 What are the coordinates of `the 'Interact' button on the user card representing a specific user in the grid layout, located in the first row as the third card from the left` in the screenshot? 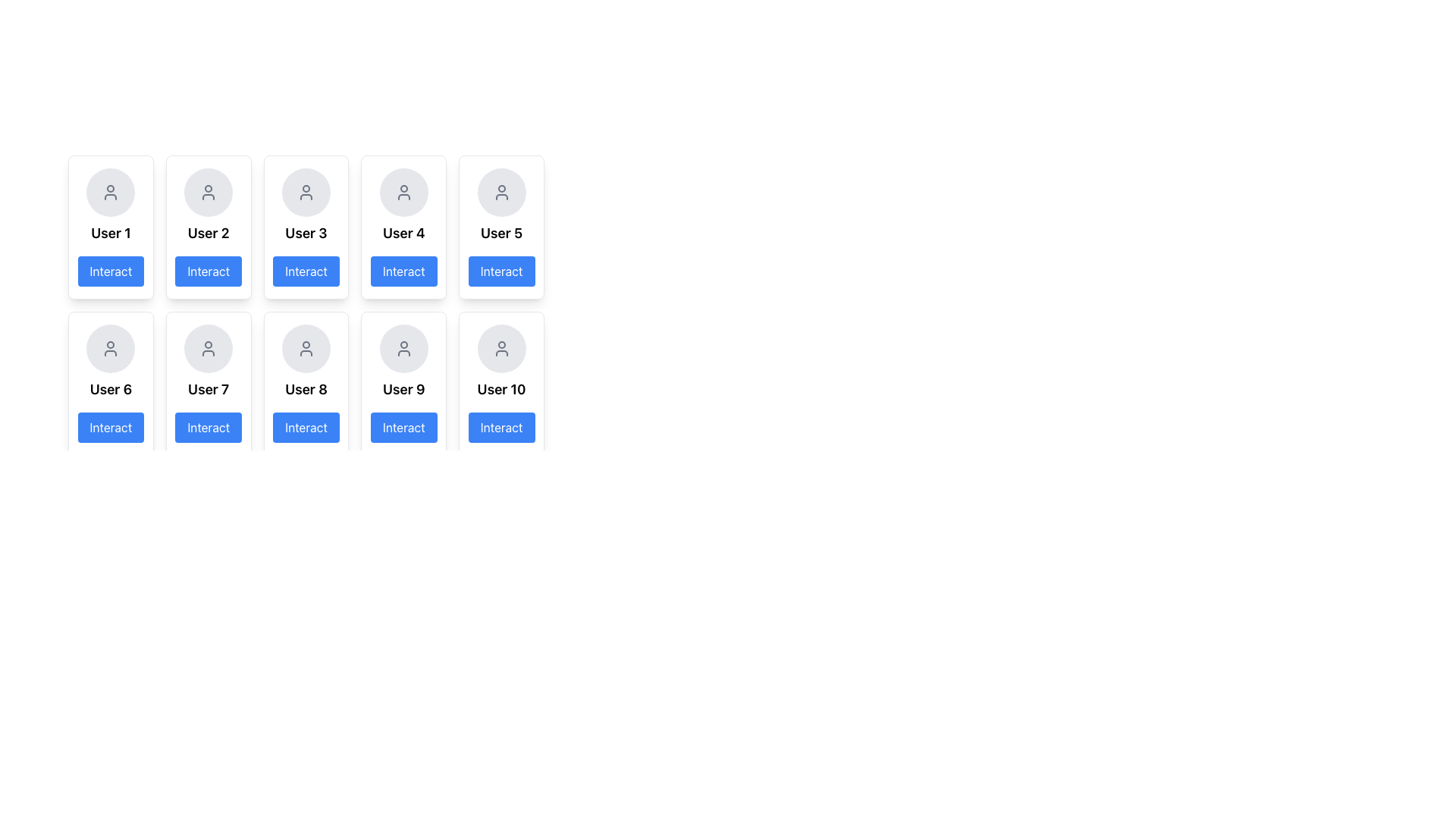 It's located at (305, 287).